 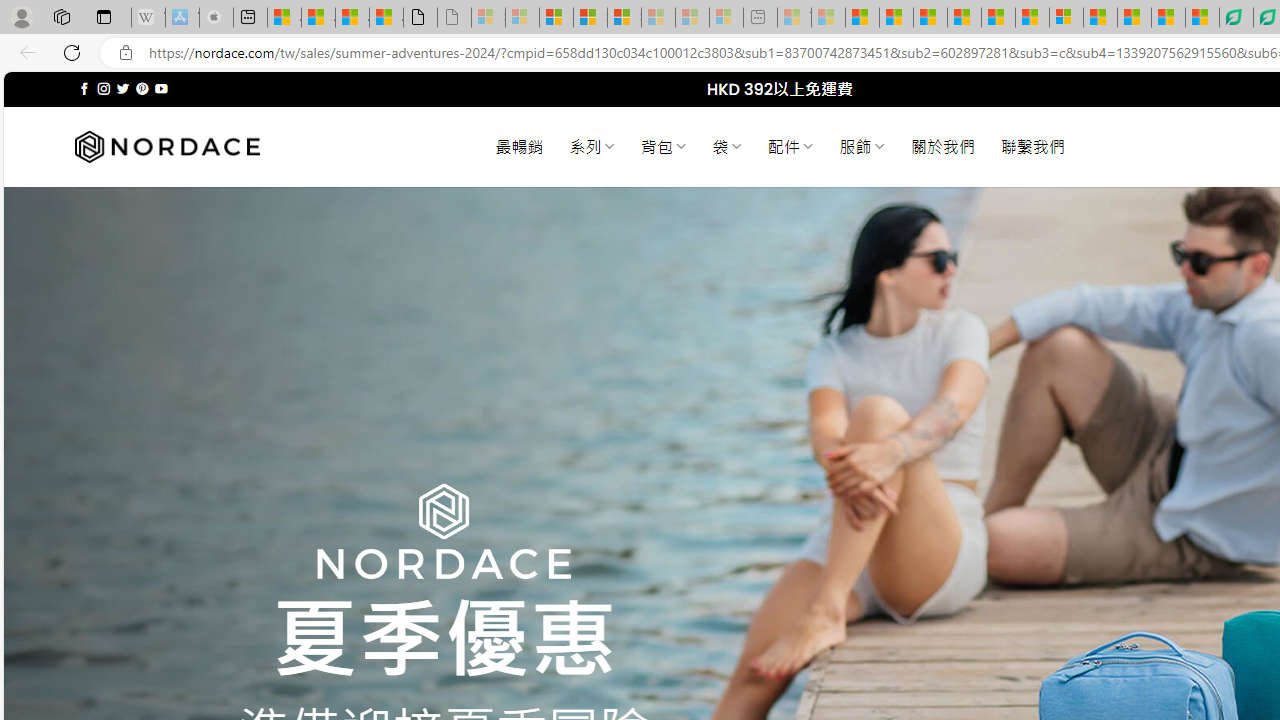 I want to click on 'New tab', so click(x=249, y=17).